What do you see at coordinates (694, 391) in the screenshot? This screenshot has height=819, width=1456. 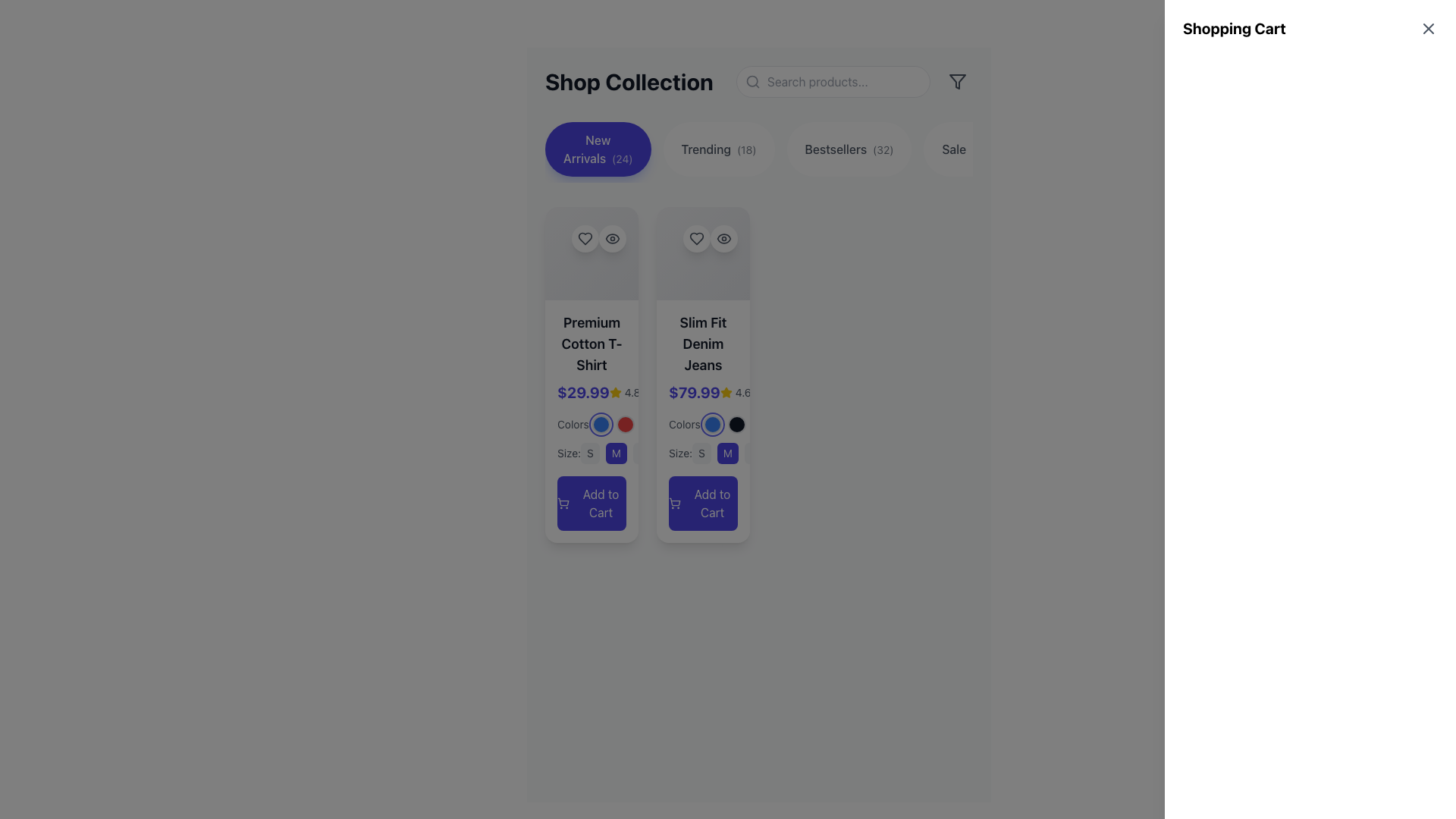 I see `the indigo colored, bold text label displaying the price '$79.99' located in the middle section of the right product card` at bounding box center [694, 391].